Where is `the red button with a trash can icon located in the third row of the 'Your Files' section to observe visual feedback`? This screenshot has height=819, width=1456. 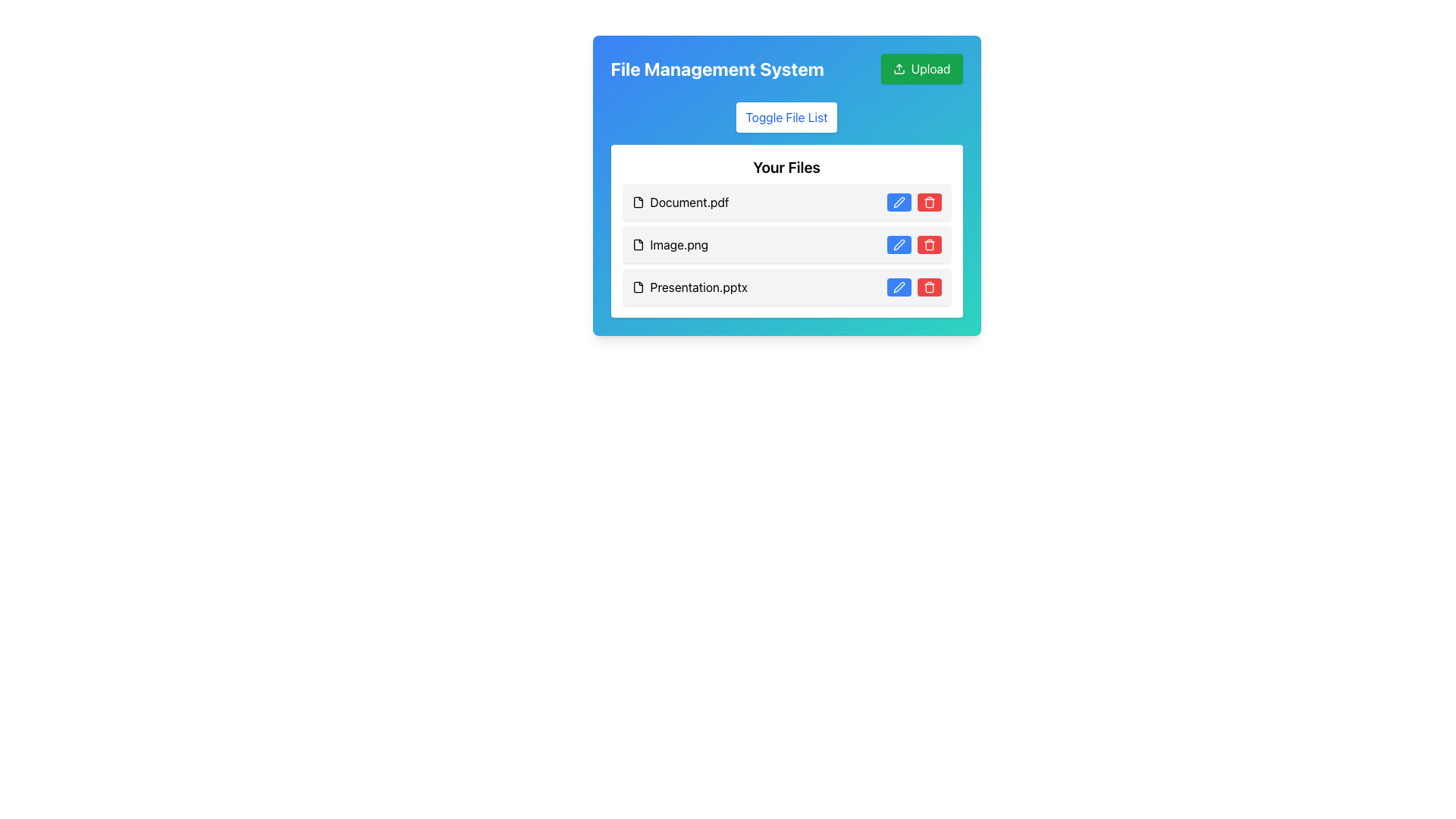 the red button with a trash can icon located in the third row of the 'Your Files' section to observe visual feedback is located at coordinates (928, 287).